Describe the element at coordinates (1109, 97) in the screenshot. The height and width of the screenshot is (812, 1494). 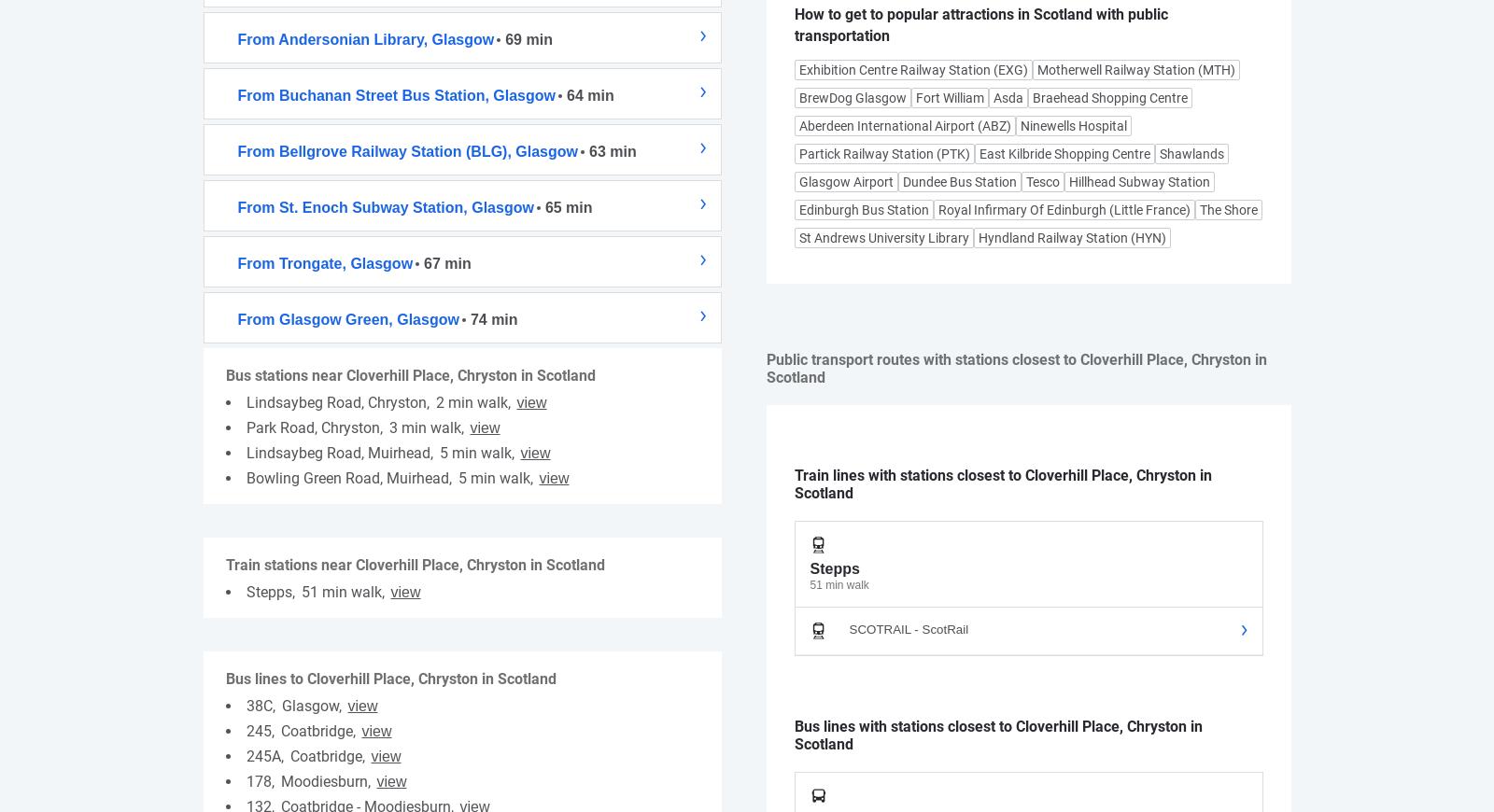
I see `'Braehead Shopping Centre'` at that location.